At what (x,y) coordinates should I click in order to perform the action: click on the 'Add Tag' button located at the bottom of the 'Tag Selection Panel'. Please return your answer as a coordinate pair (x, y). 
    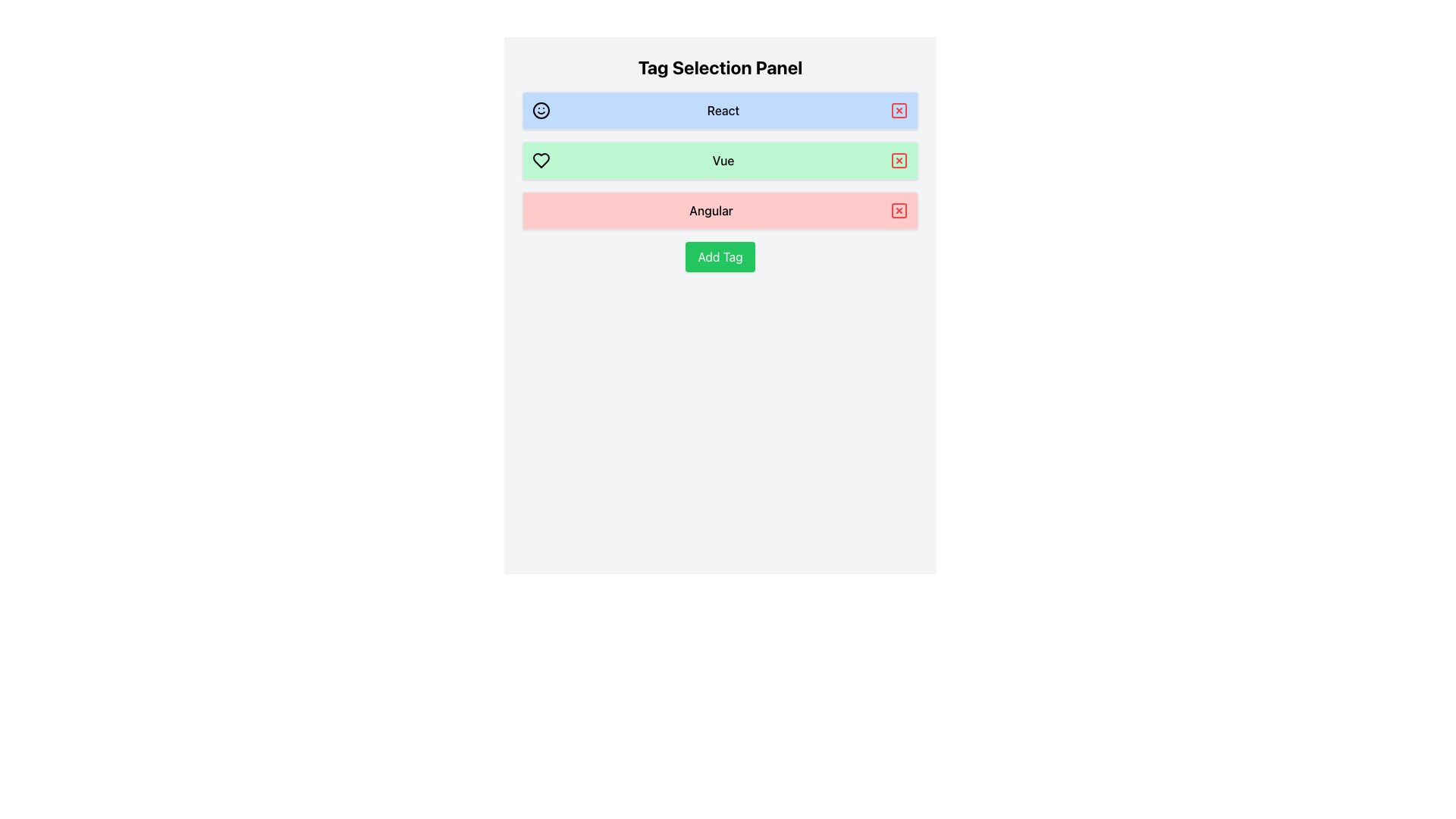
    Looking at the image, I should click on (720, 256).